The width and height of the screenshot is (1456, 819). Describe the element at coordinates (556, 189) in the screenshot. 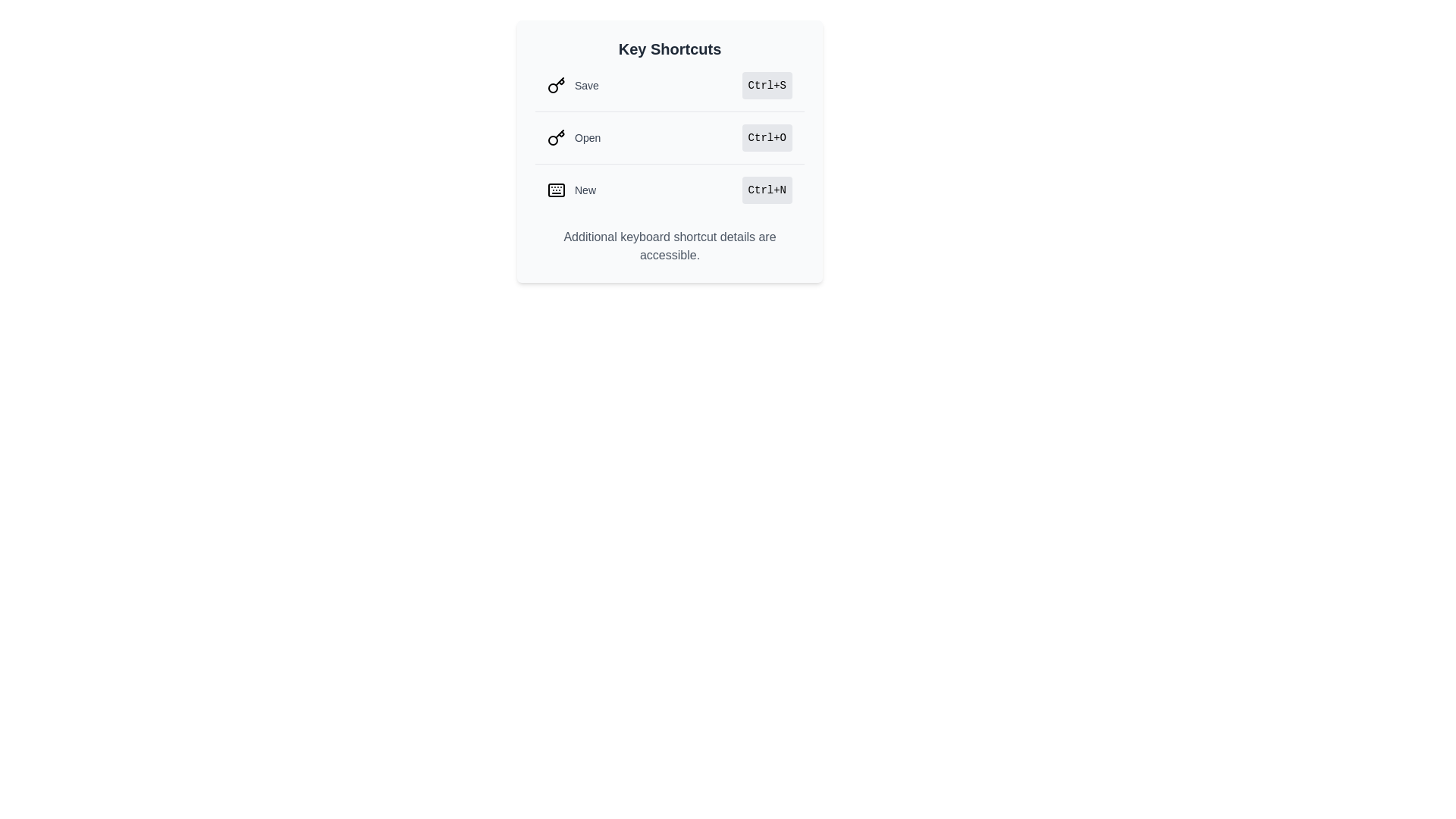

I see `the 'New' keyboard icon within the 'Key Shortcuts' card, which resembles a small rectangular graphic depicting keys` at that location.